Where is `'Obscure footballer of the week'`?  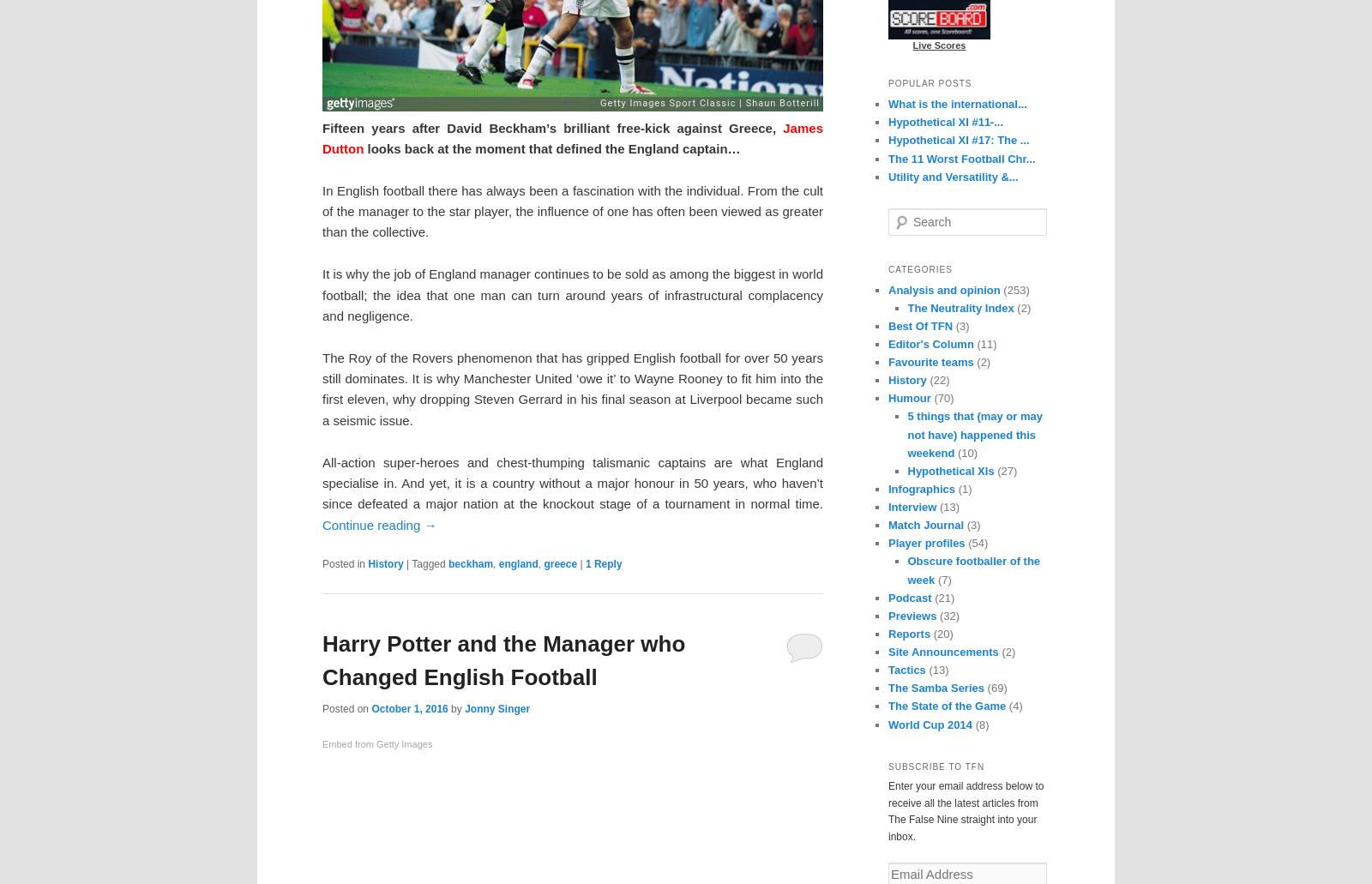
'Obscure footballer of the week' is located at coordinates (973, 569).